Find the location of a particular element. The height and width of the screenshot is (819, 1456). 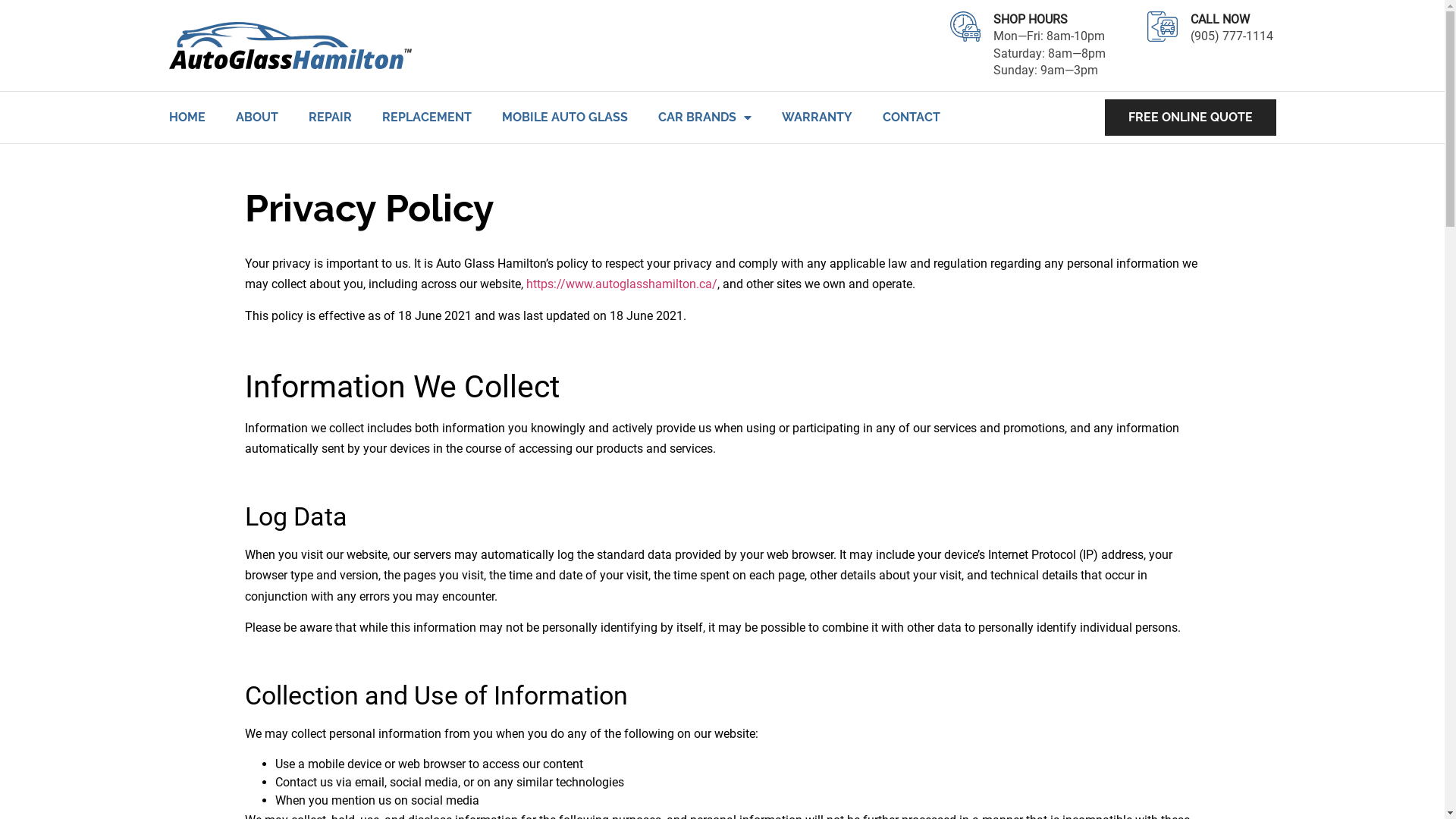

'HOME' is located at coordinates (185, 116).